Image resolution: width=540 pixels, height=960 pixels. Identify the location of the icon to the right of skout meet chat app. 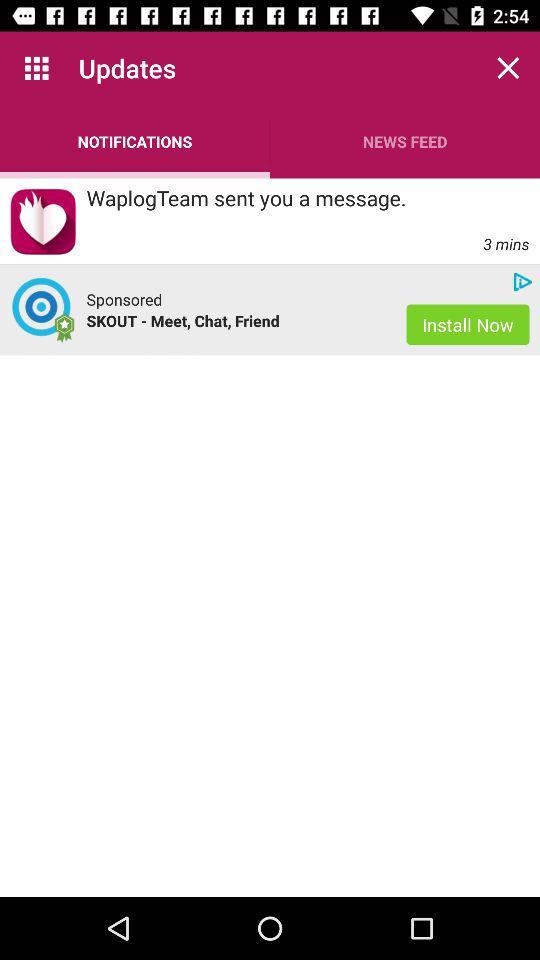
(468, 324).